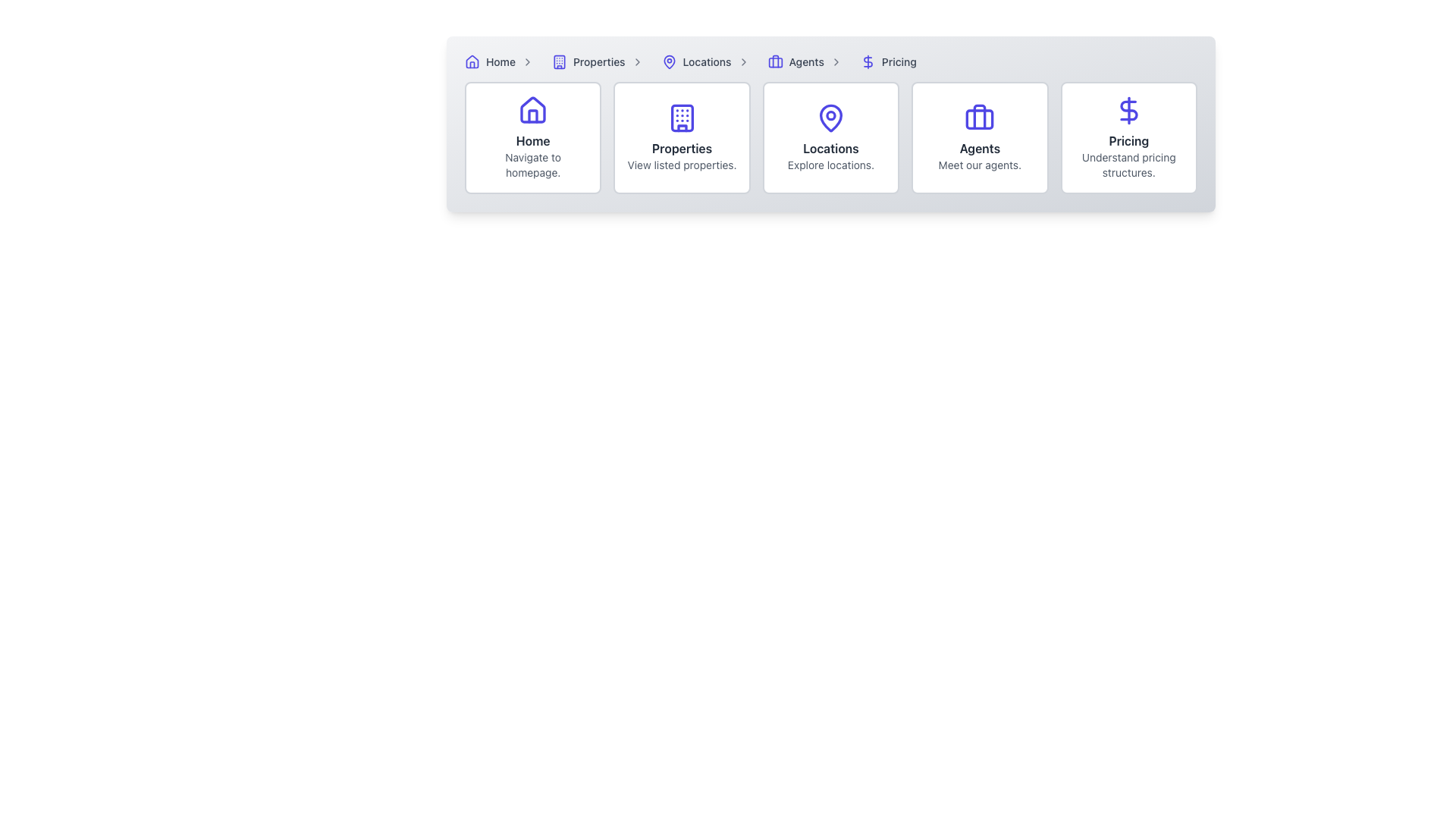  Describe the element at coordinates (775, 61) in the screenshot. I see `the indigo briefcase icon that represents the 'Agents' section, positioned to the left of the text 'Agents'` at that location.